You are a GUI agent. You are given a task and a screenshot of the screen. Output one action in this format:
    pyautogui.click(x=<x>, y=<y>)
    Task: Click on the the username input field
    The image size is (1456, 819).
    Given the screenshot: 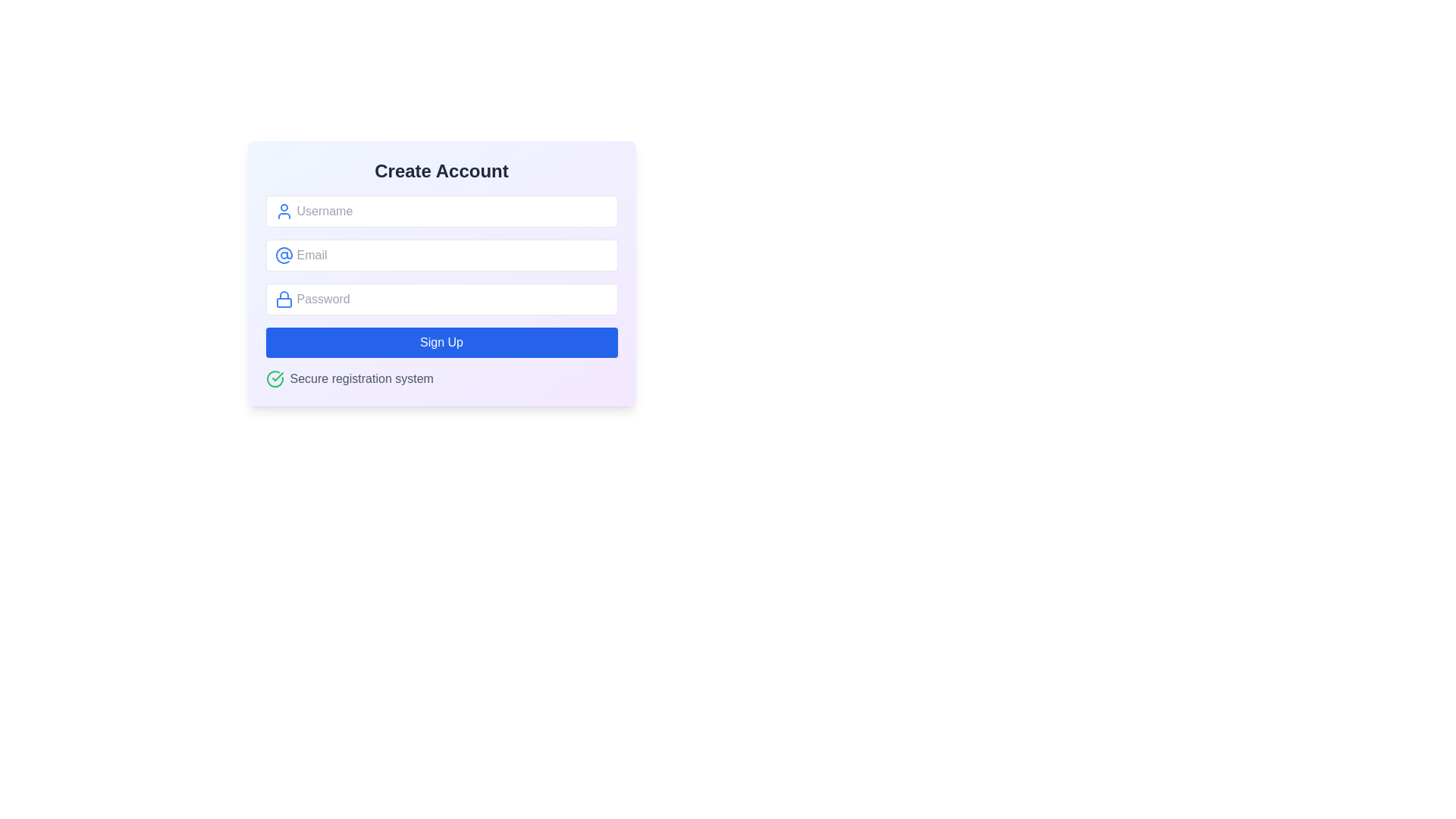 What is the action you would take?
    pyautogui.click(x=441, y=211)
    